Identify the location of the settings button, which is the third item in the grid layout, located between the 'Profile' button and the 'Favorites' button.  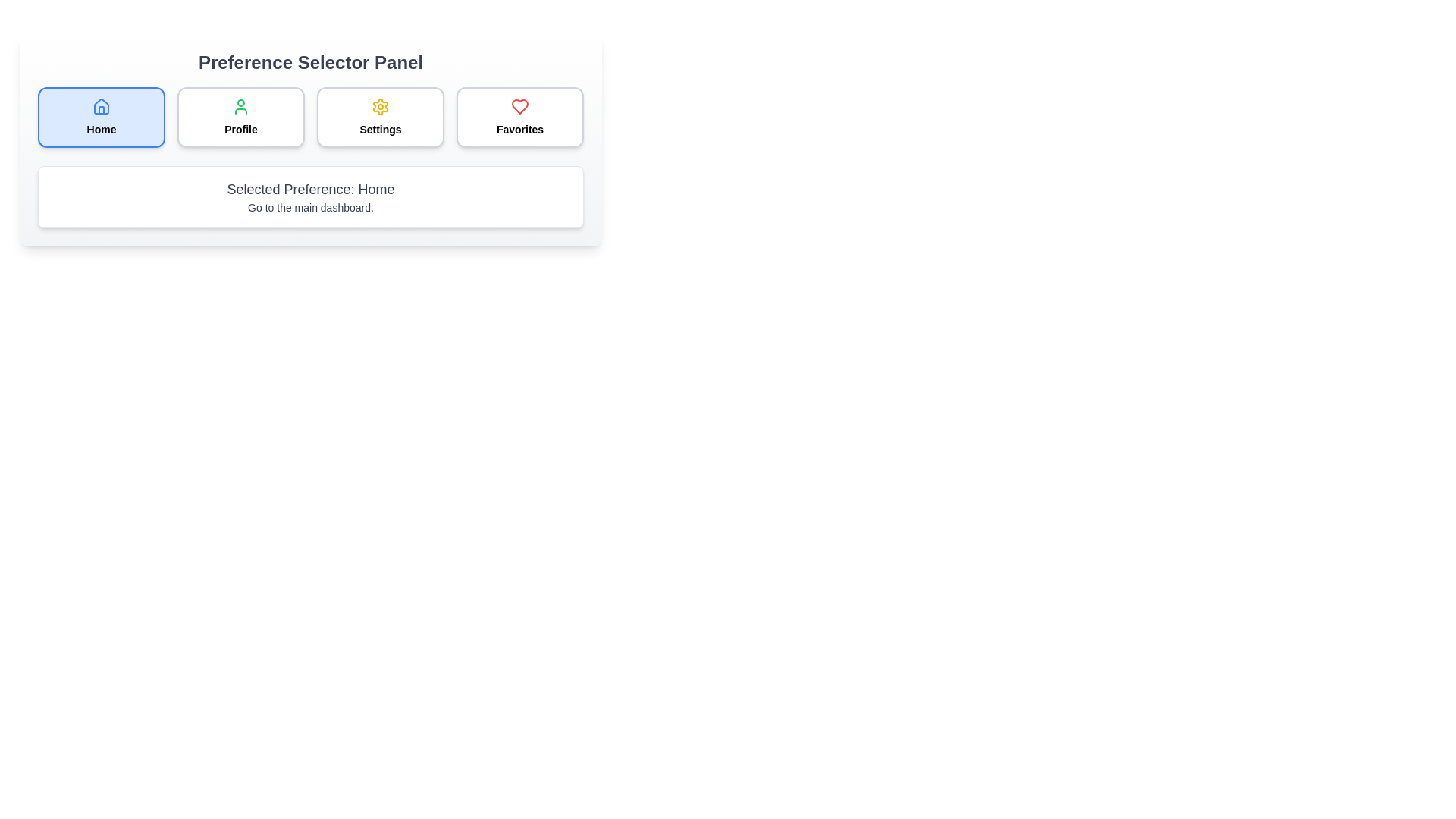
(381, 116).